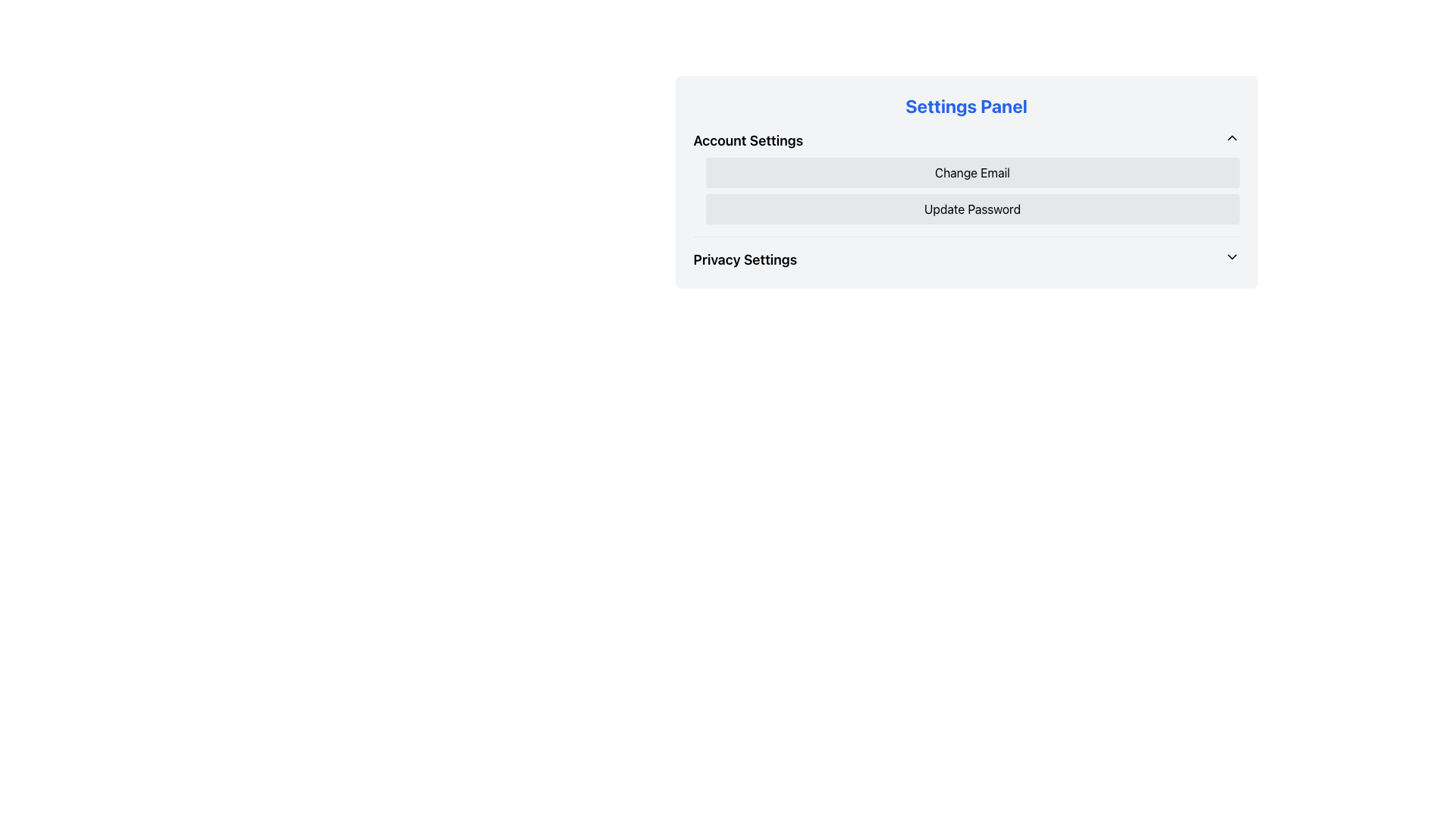 The width and height of the screenshot is (1456, 819). I want to click on the button that toggles the visibility of privacy-related settings in the 'Settings Panel', so click(965, 259).